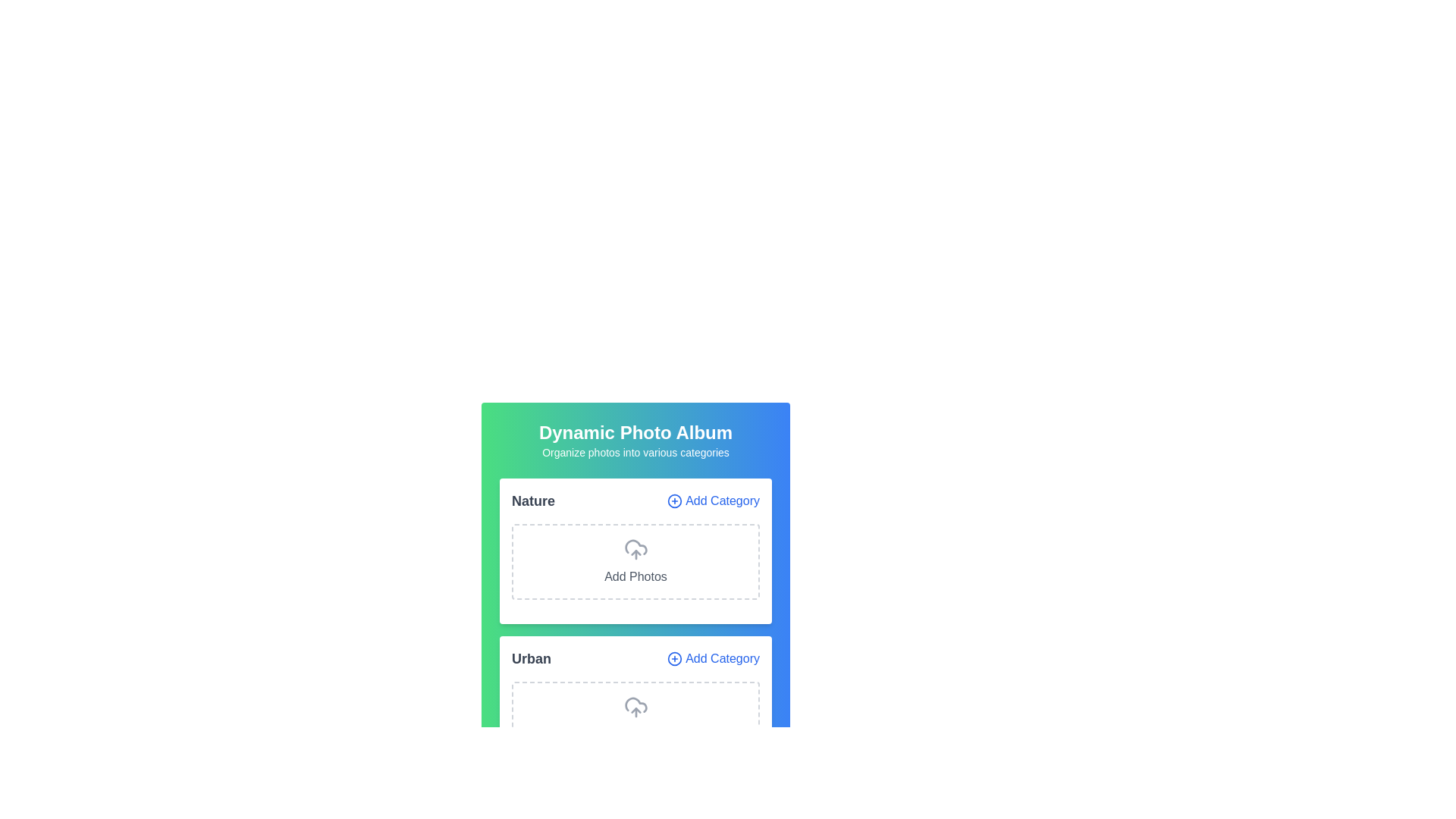 This screenshot has height=819, width=1456. What do you see at coordinates (712, 657) in the screenshot?
I see `the button with an icon and text located at the bottom-right corner of the 'Urban' section` at bounding box center [712, 657].